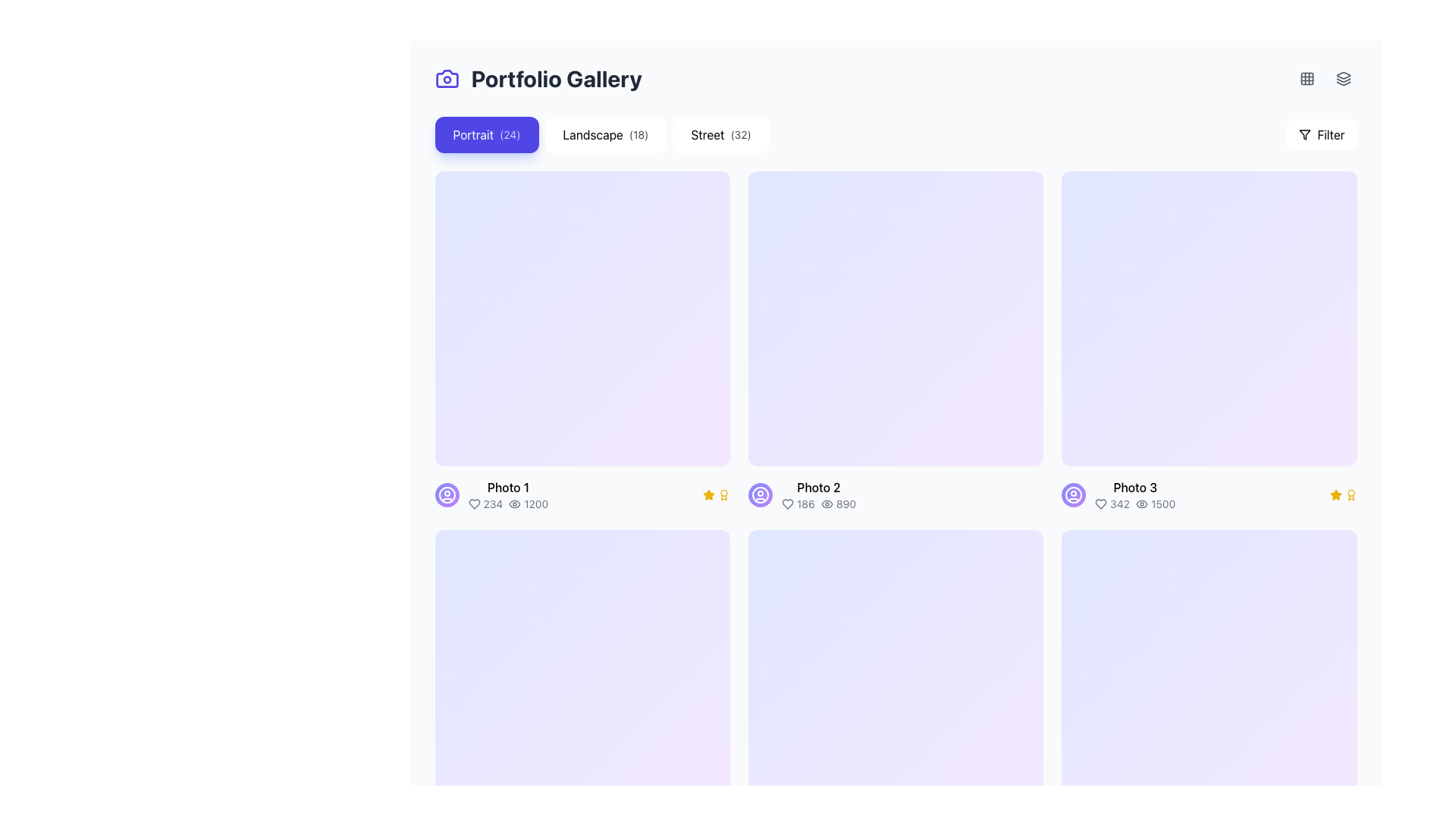 This screenshot has width=1456, height=819. Describe the element at coordinates (582, 495) in the screenshot. I see `the Information bar with metadata and action icons located at the bottom of the first grid entry in the gallery layout for reordering` at that location.